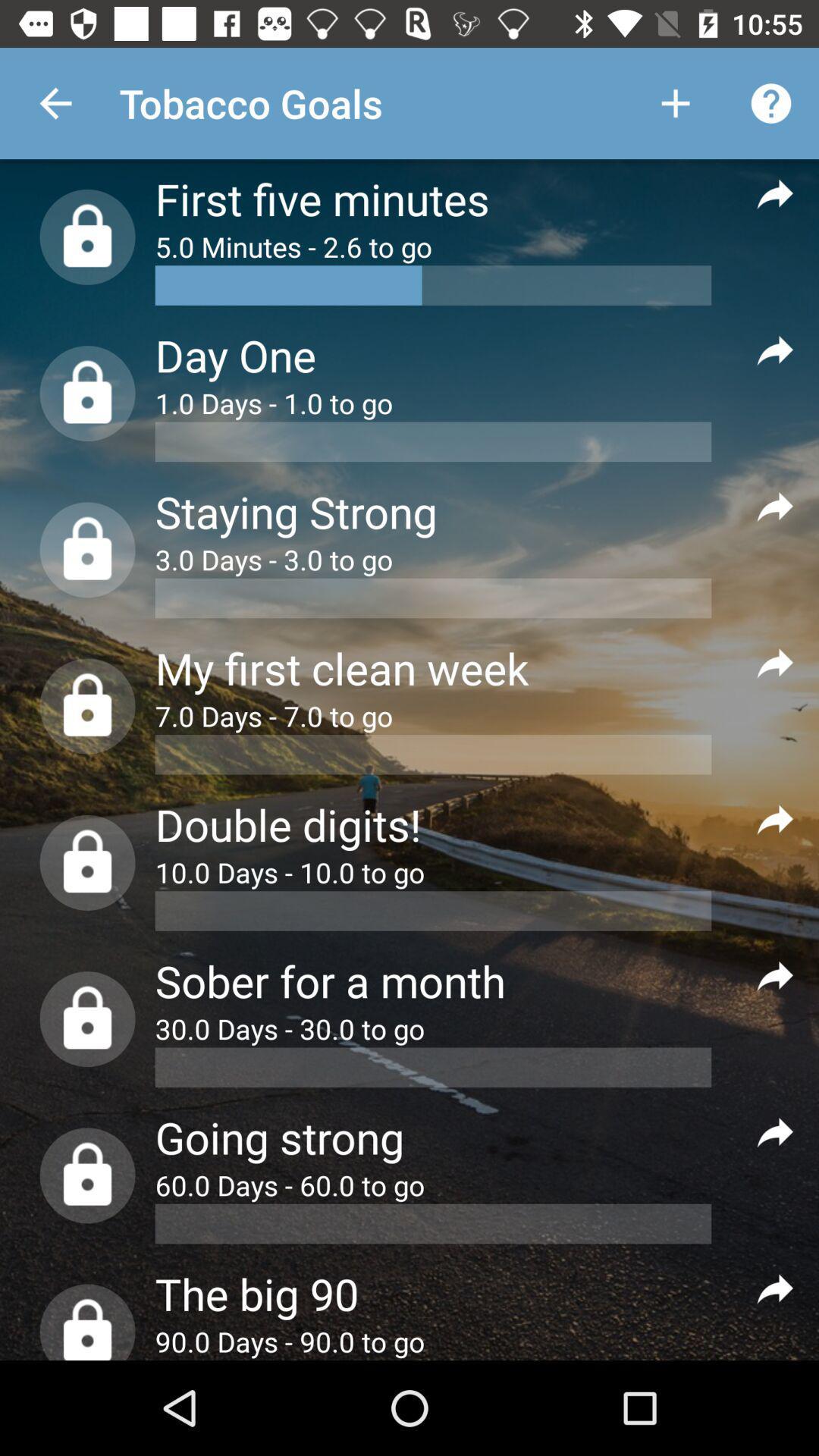 The width and height of the screenshot is (819, 1456). I want to click on option, so click(775, 192).